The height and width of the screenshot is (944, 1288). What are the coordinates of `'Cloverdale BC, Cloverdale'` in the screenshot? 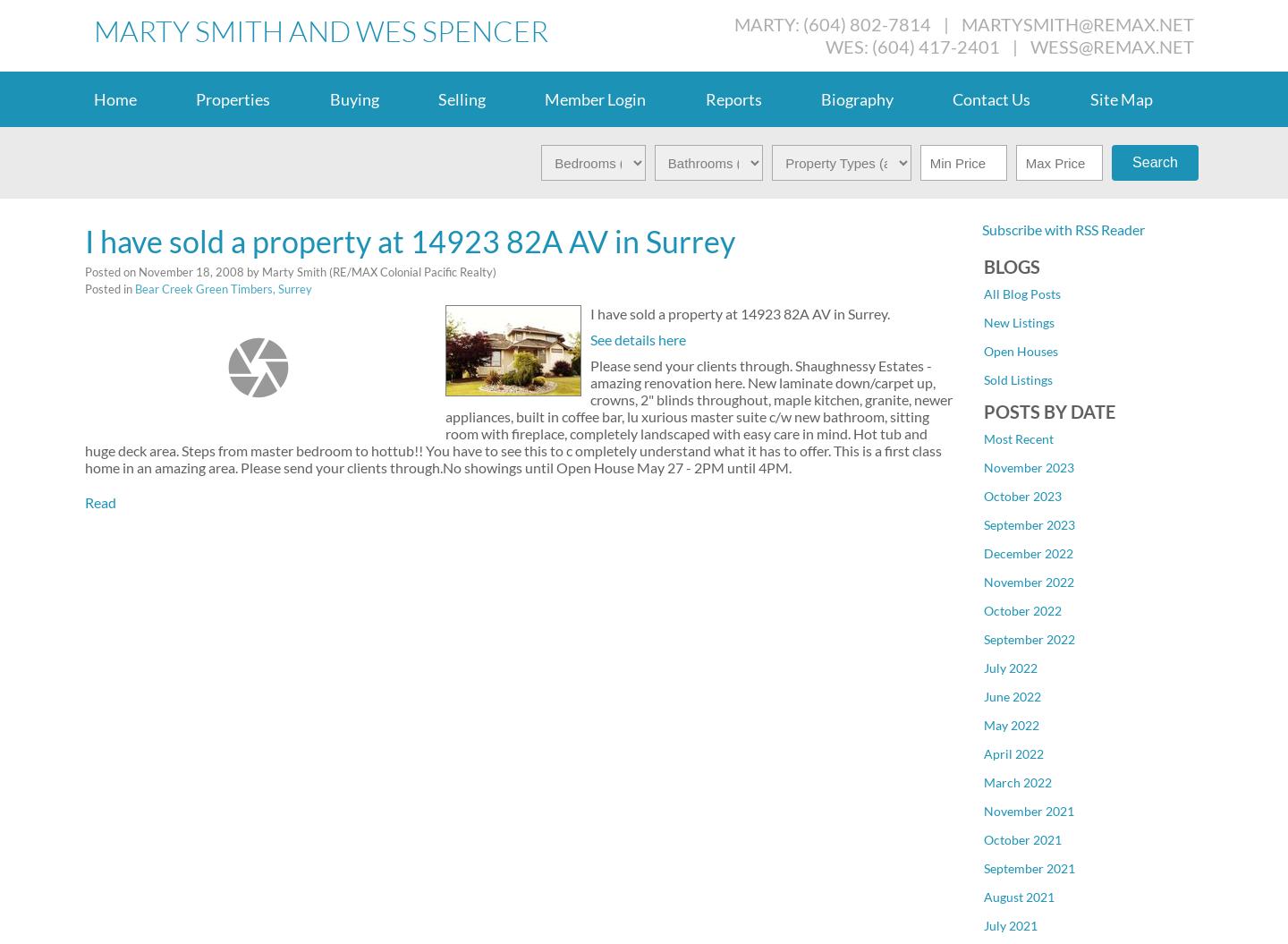 It's located at (1056, 174).